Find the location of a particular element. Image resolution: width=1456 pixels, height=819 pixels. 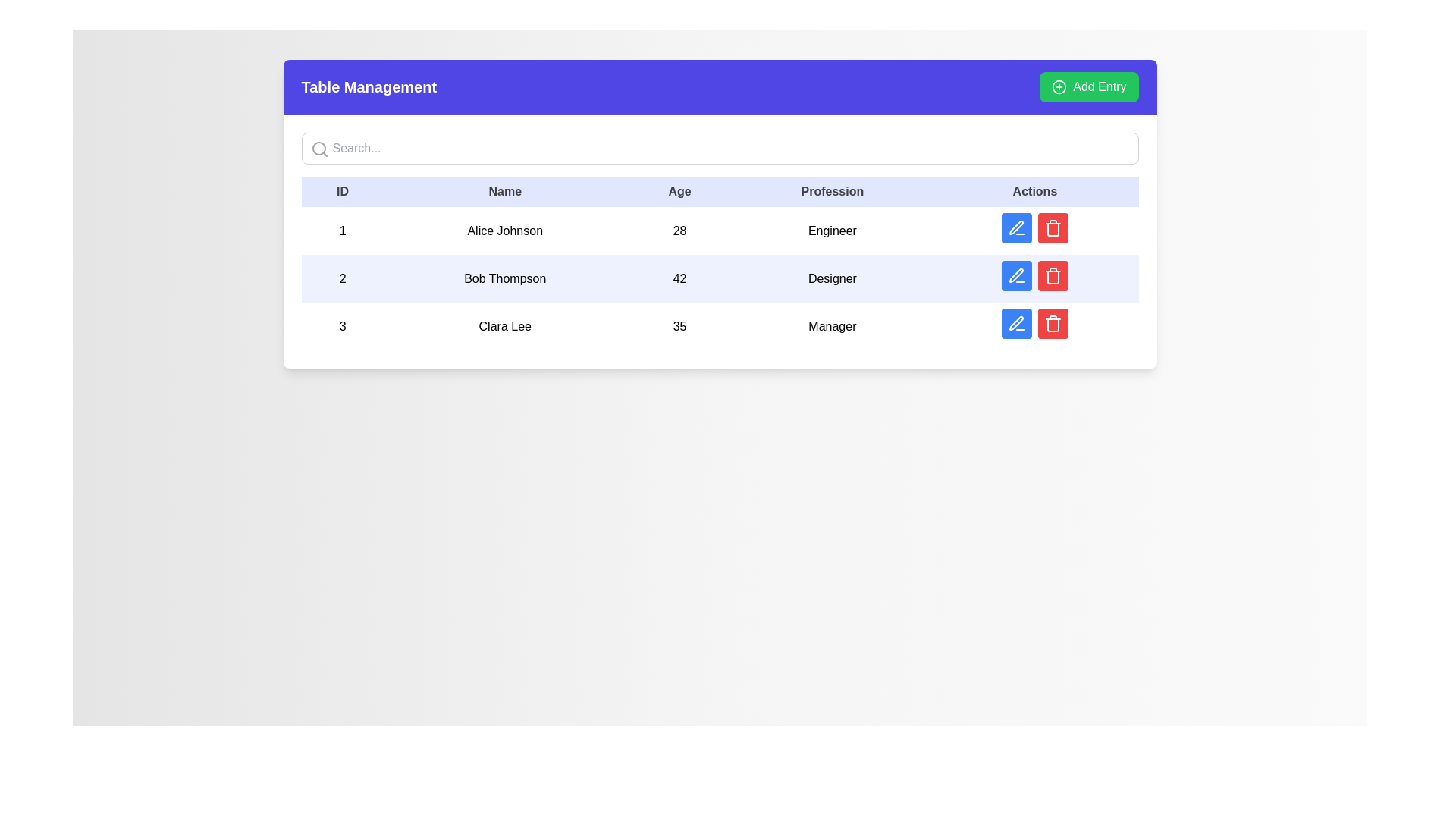

text from the table cell displaying the number '35' for 'Clara Lee' under the 'Age' column is located at coordinates (679, 325).